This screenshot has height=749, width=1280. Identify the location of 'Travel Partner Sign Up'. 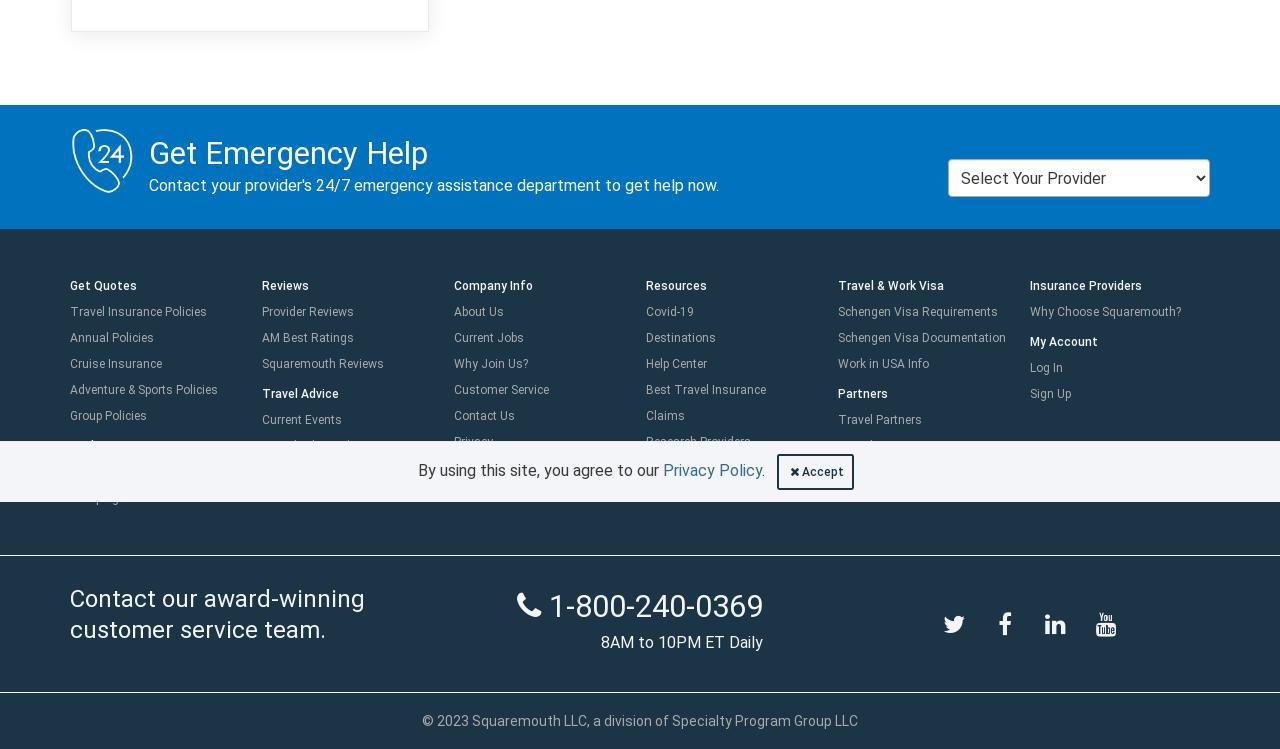
(897, 472).